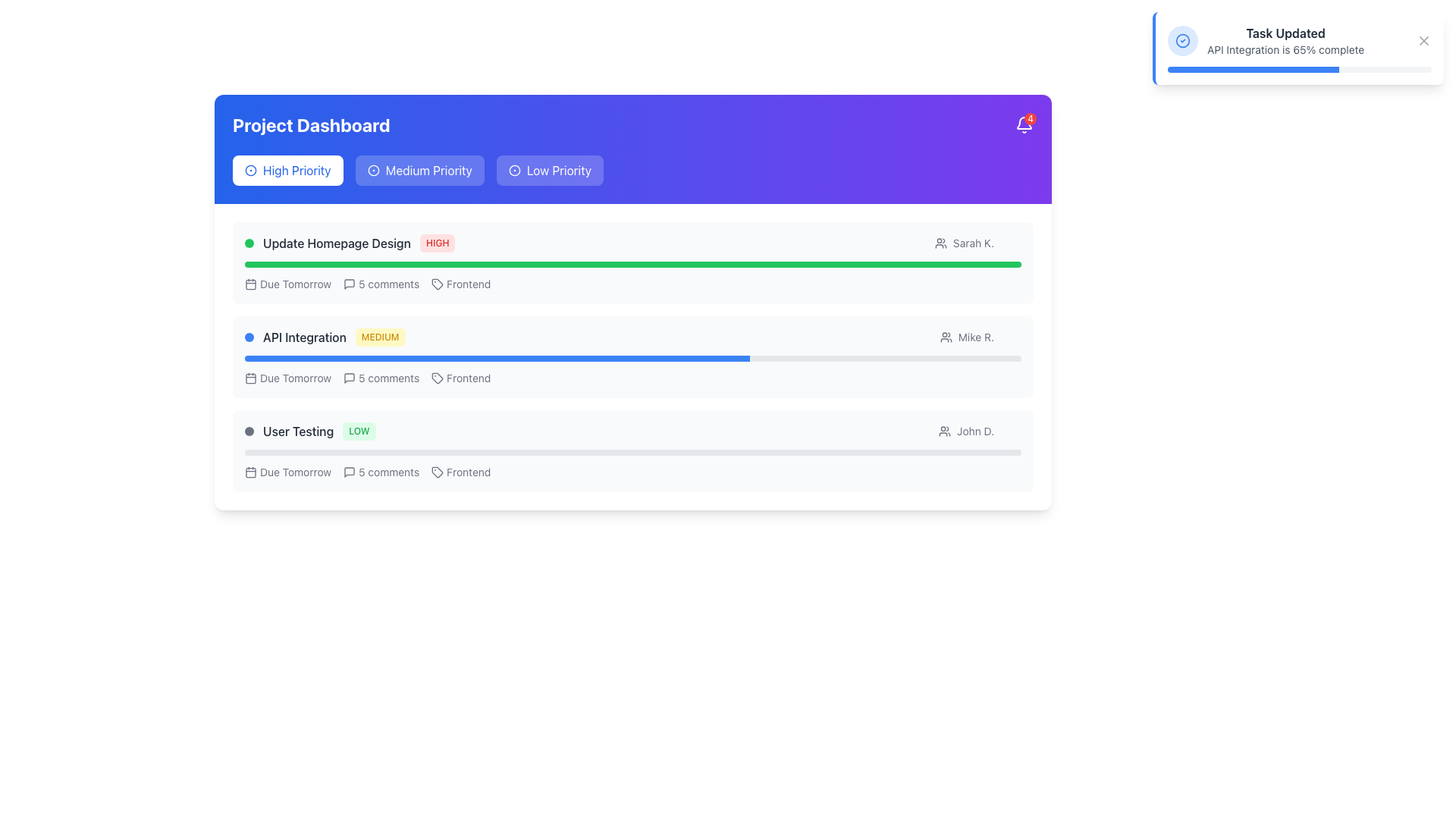 The width and height of the screenshot is (1456, 819). Describe the element at coordinates (633, 170) in the screenshot. I see `the 'Low Priority' button in the button group` at that location.